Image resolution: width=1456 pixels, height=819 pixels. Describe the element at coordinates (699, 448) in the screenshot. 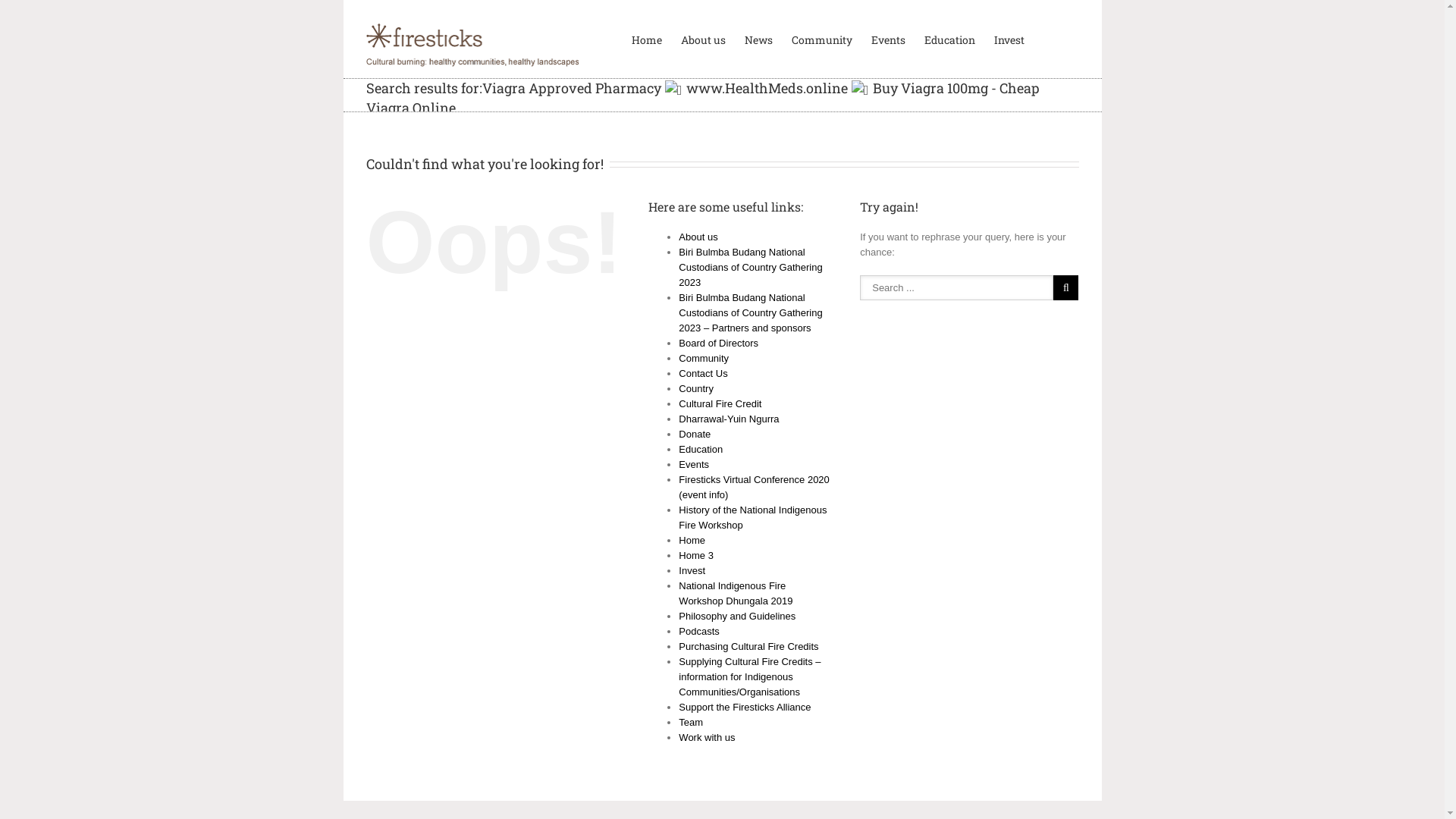

I see `'Education'` at that location.